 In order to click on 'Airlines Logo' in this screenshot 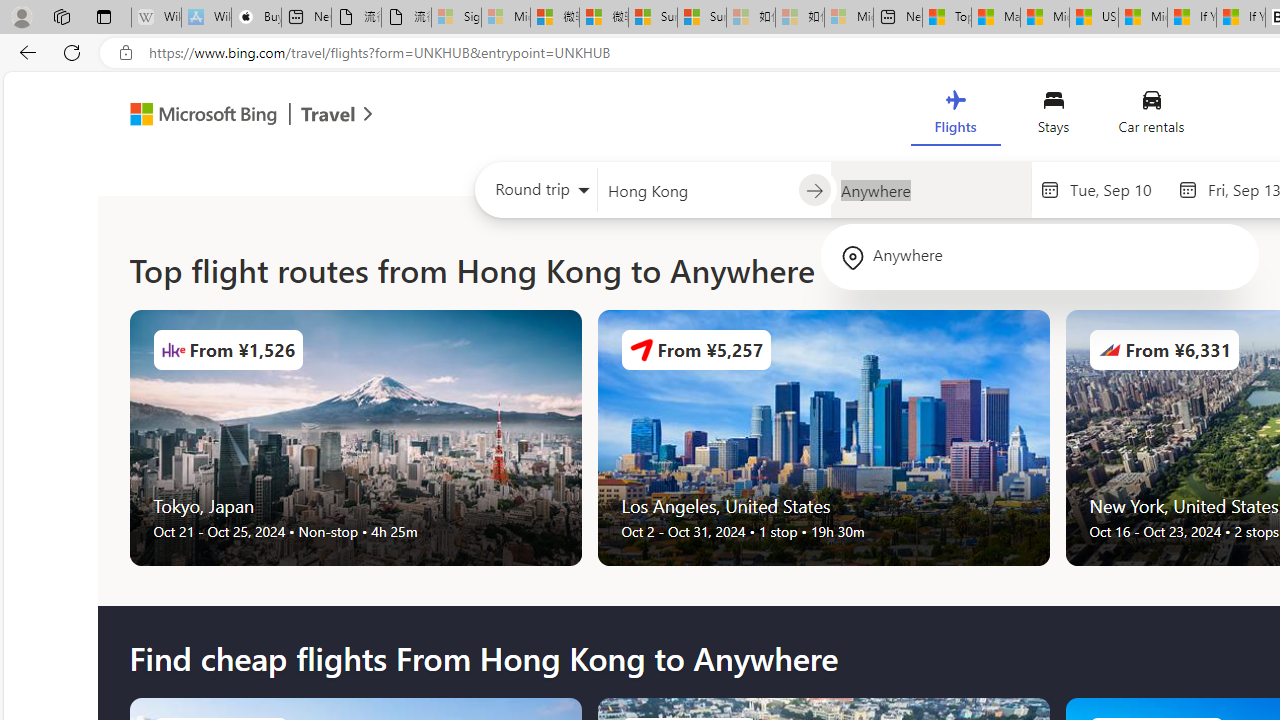, I will do `click(1108, 348)`.